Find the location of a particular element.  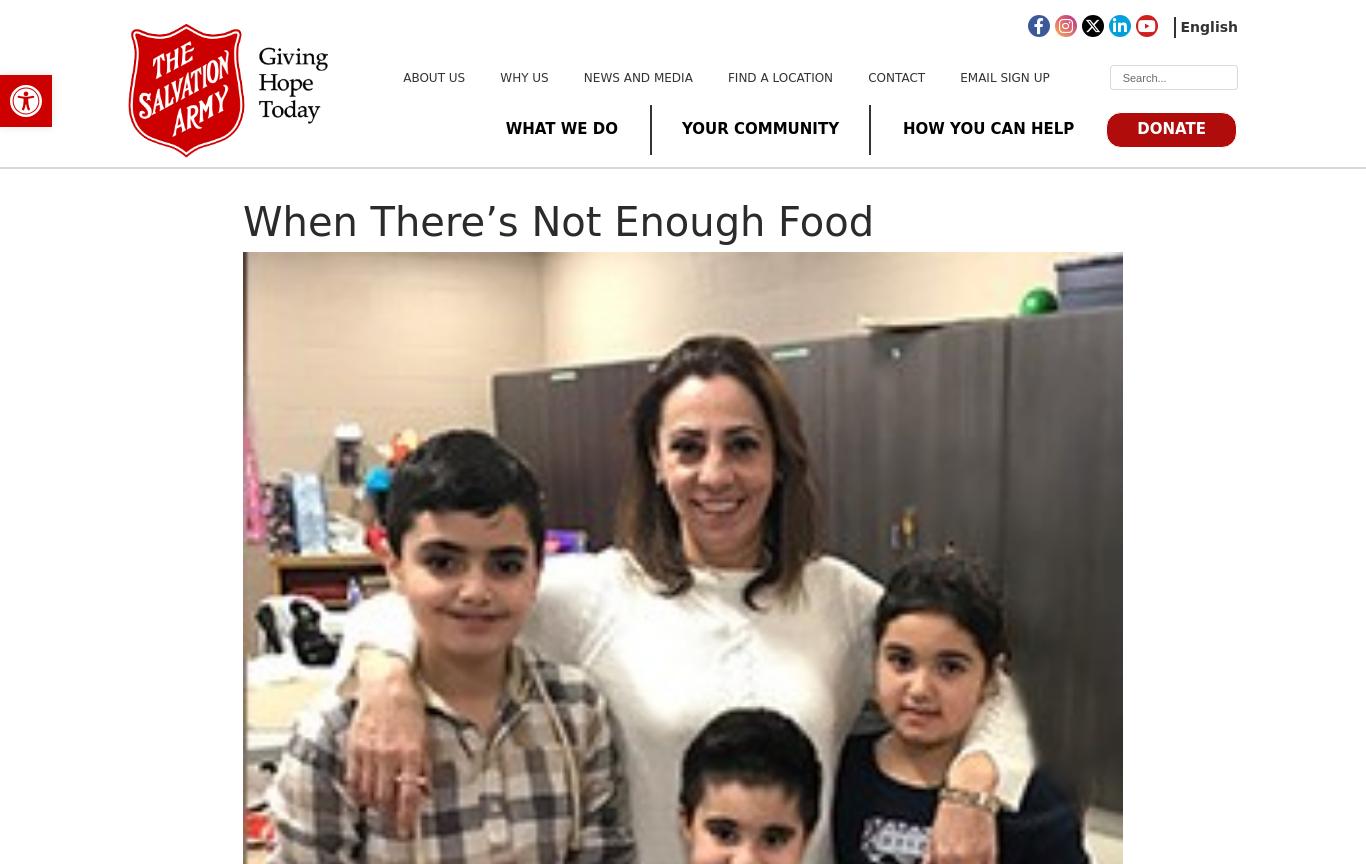

'Volunteer With Us' is located at coordinates (635, 214).